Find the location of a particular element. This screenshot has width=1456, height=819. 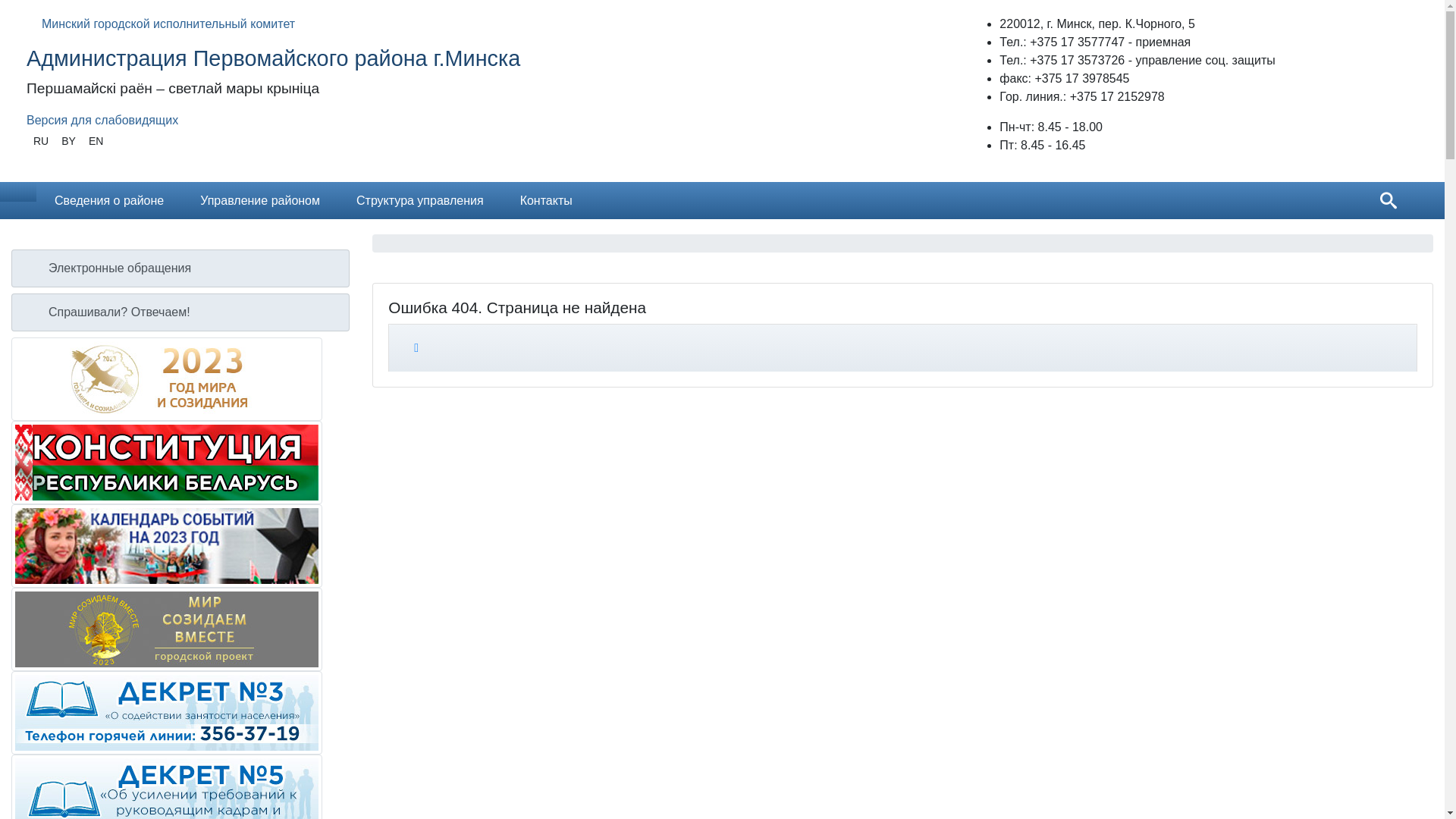

'EN' is located at coordinates (81, 141).